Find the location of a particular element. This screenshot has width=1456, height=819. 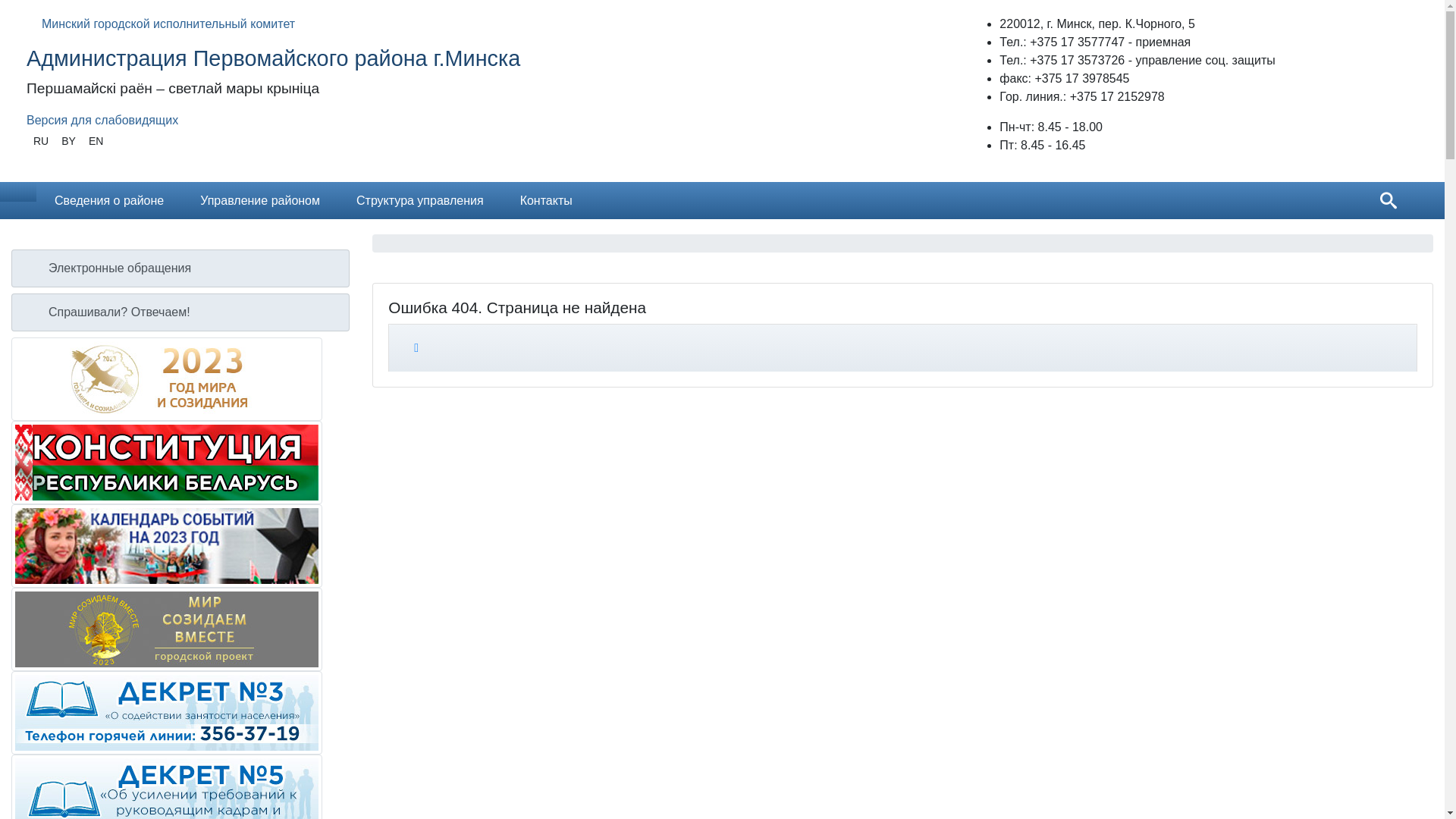

'EN' is located at coordinates (81, 141).